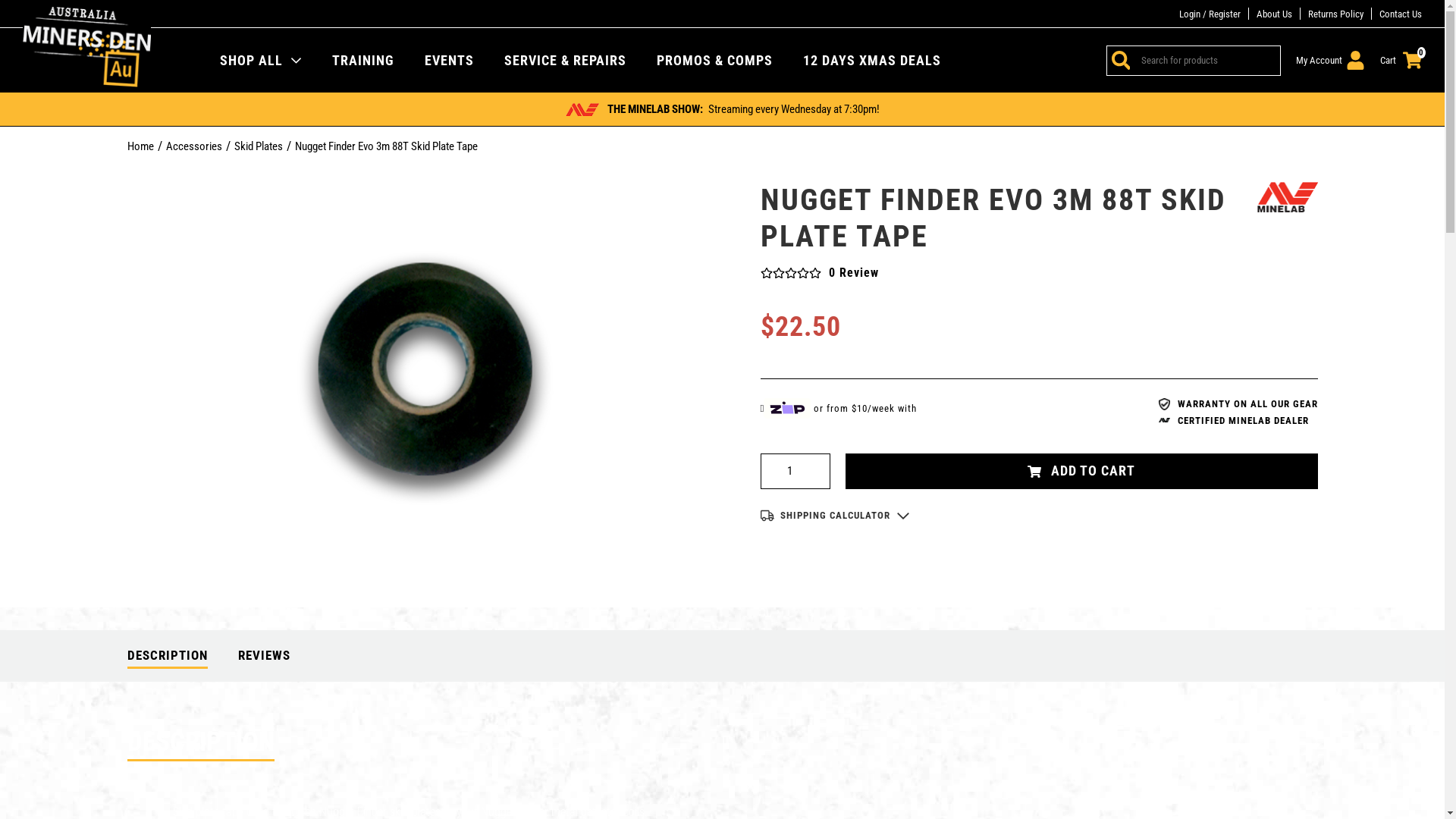  I want to click on 'Login / Register', so click(1209, 14).